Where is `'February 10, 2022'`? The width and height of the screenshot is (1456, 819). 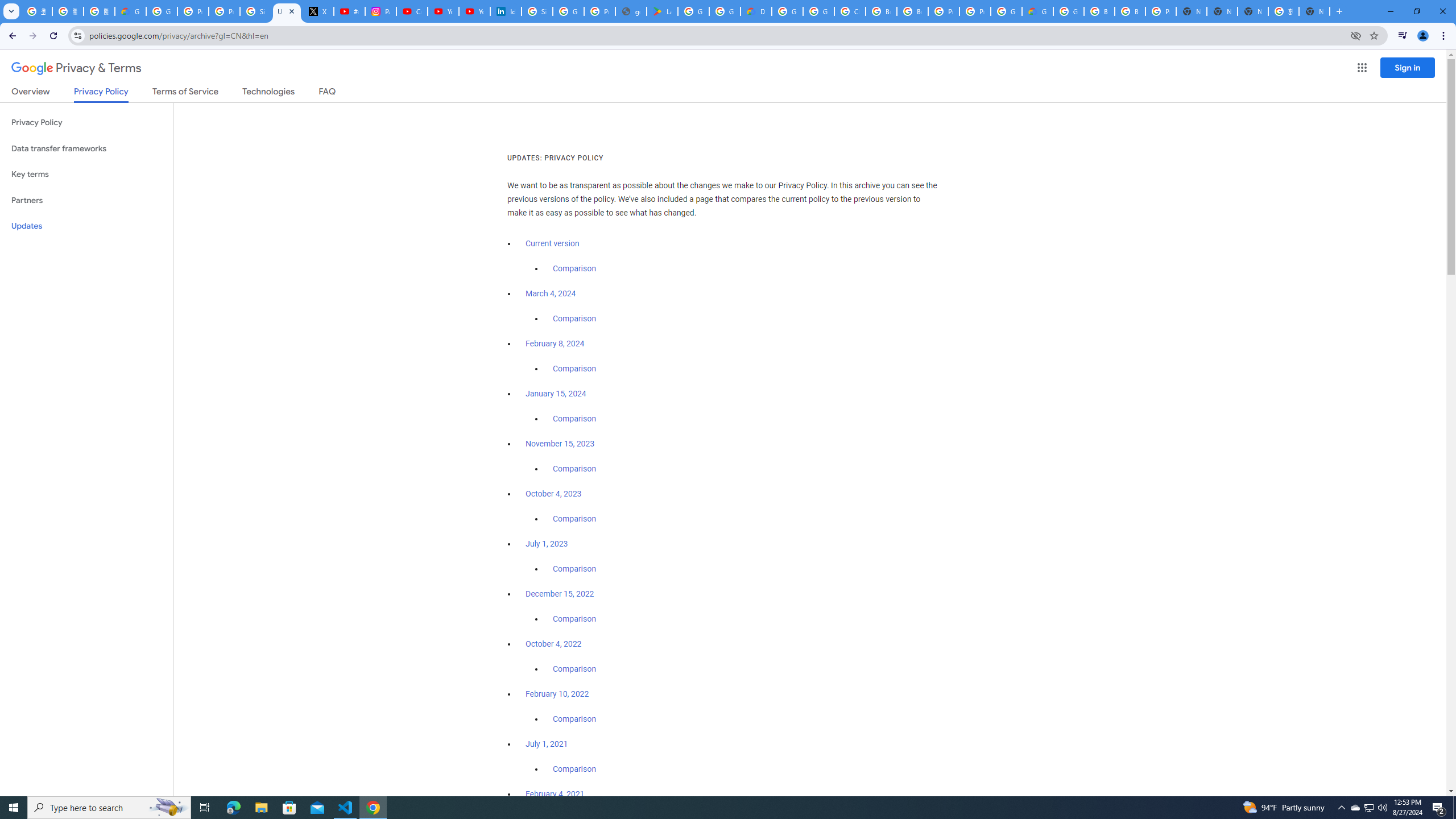
'February 10, 2022' is located at coordinates (557, 693).